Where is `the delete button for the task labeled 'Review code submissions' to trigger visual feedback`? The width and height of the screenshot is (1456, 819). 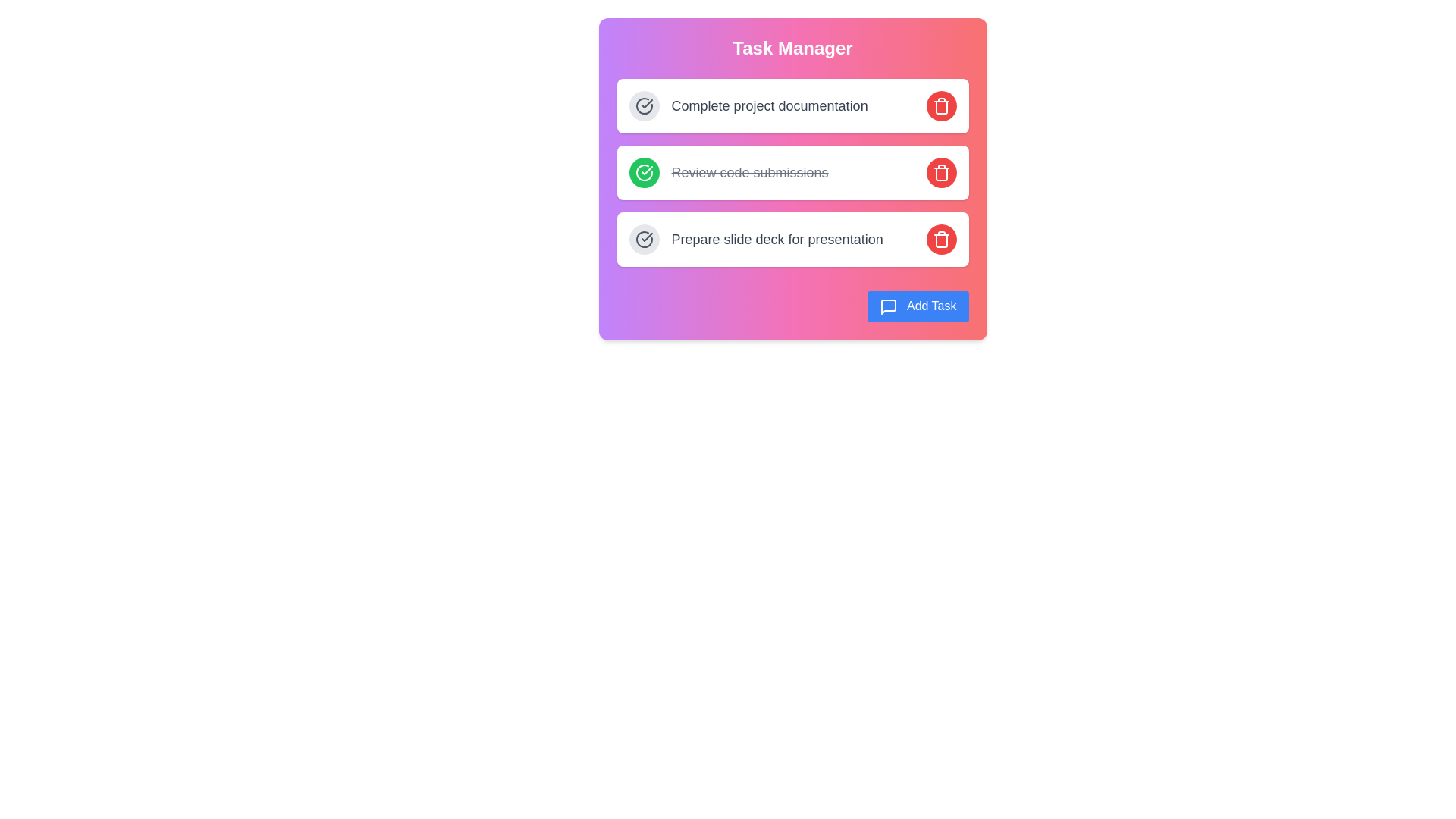 the delete button for the task labeled 'Review code submissions' to trigger visual feedback is located at coordinates (940, 171).